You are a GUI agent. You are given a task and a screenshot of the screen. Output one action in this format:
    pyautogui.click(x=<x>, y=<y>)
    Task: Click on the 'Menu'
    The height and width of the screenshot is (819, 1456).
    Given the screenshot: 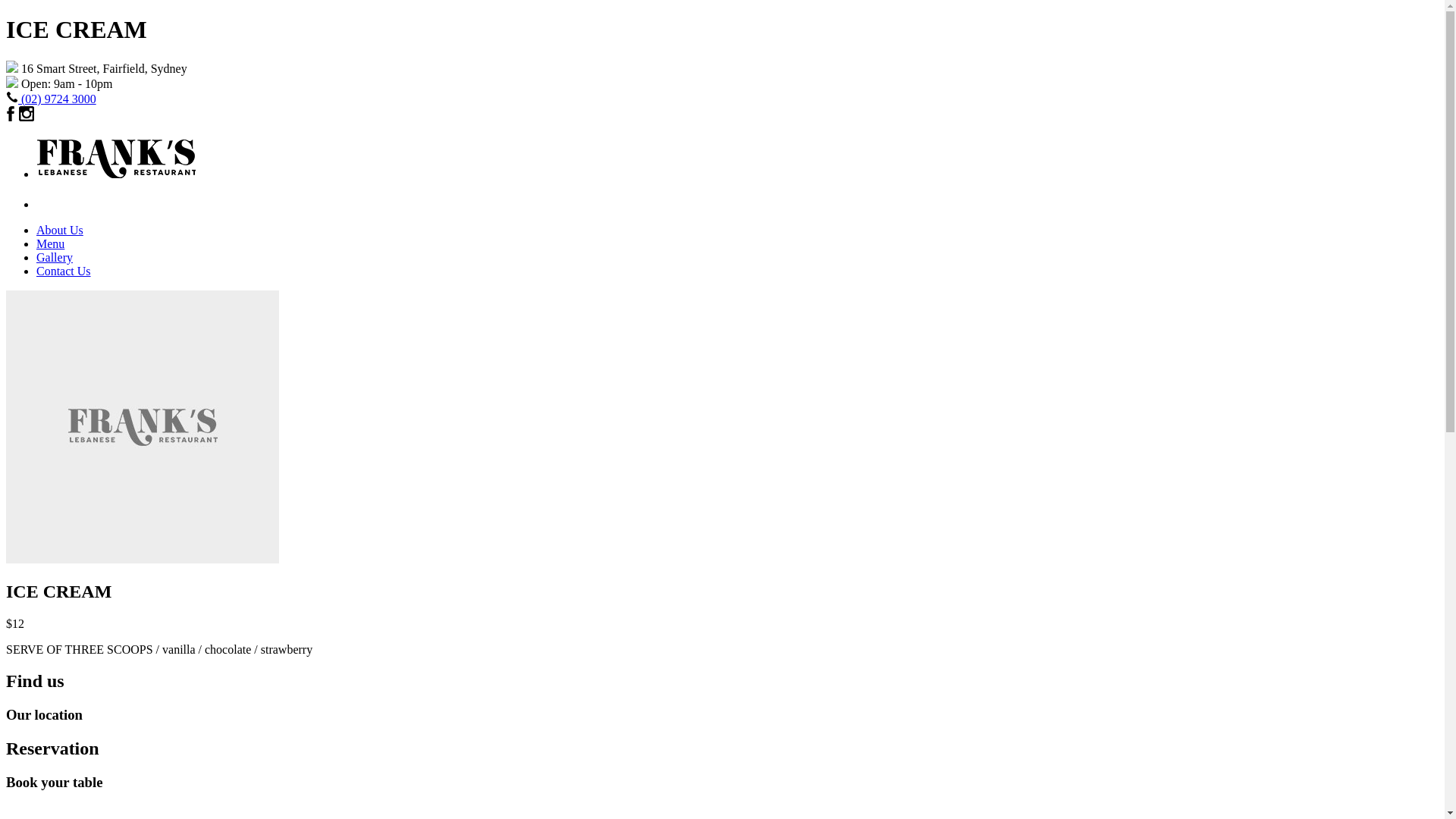 What is the action you would take?
    pyautogui.click(x=50, y=243)
    